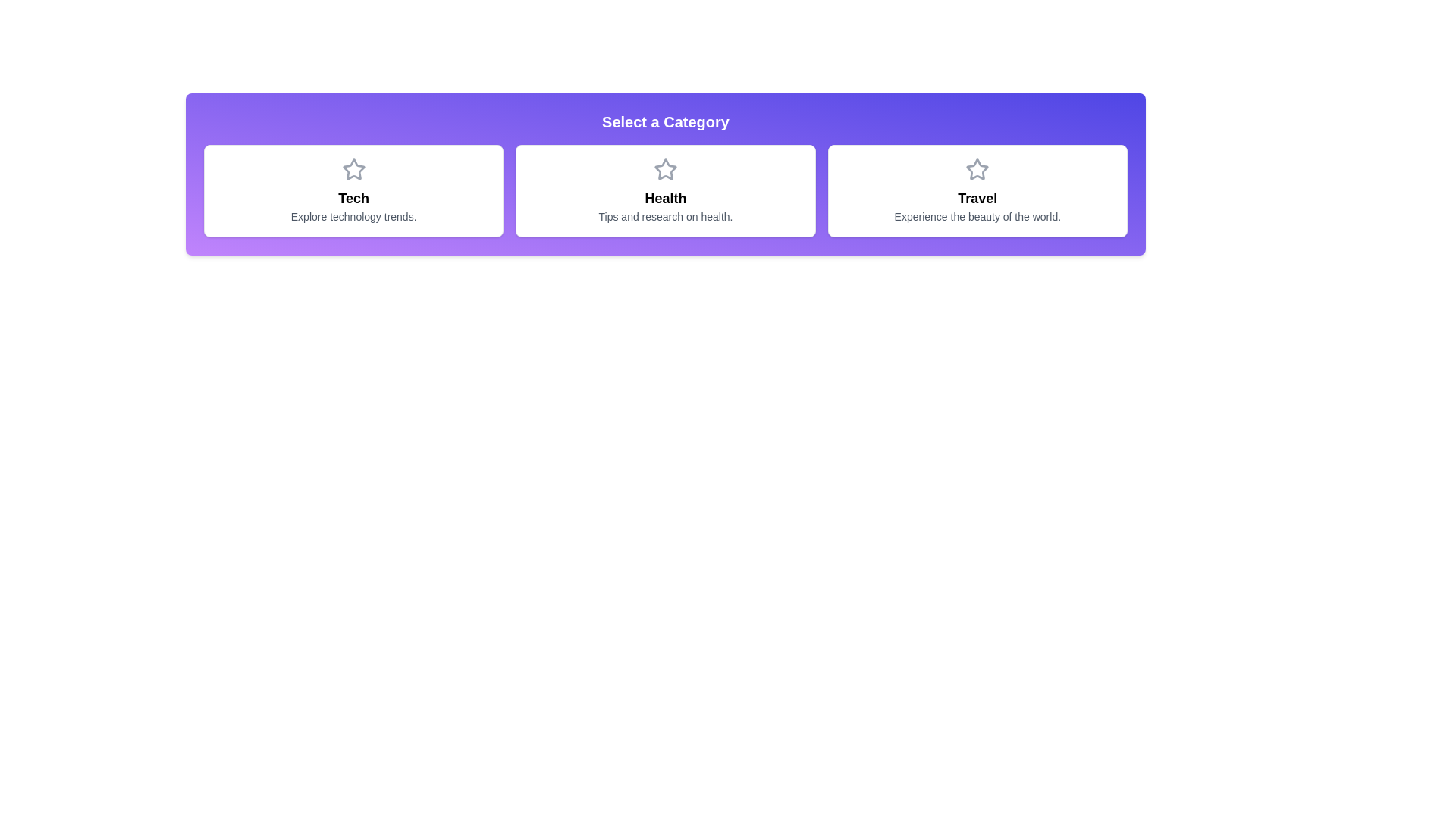 The image size is (1456, 819). What do you see at coordinates (353, 206) in the screenshot?
I see `the text block that provides a heading and descriptive text for the 'Tech' category, located in the top-left card under the 'Select a Category' section` at bounding box center [353, 206].